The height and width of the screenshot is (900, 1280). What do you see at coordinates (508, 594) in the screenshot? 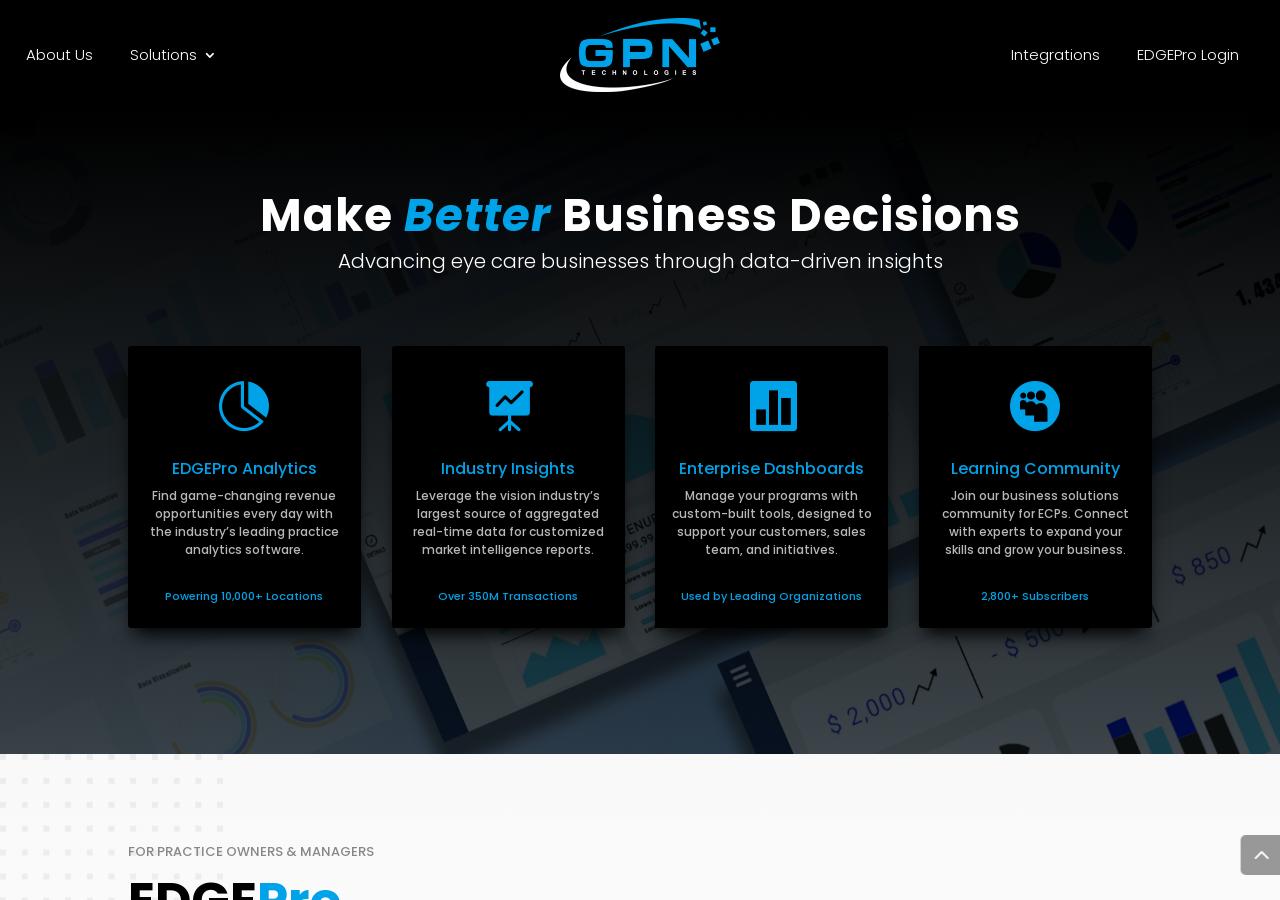
I see `'Over 350M Transactions'` at bounding box center [508, 594].